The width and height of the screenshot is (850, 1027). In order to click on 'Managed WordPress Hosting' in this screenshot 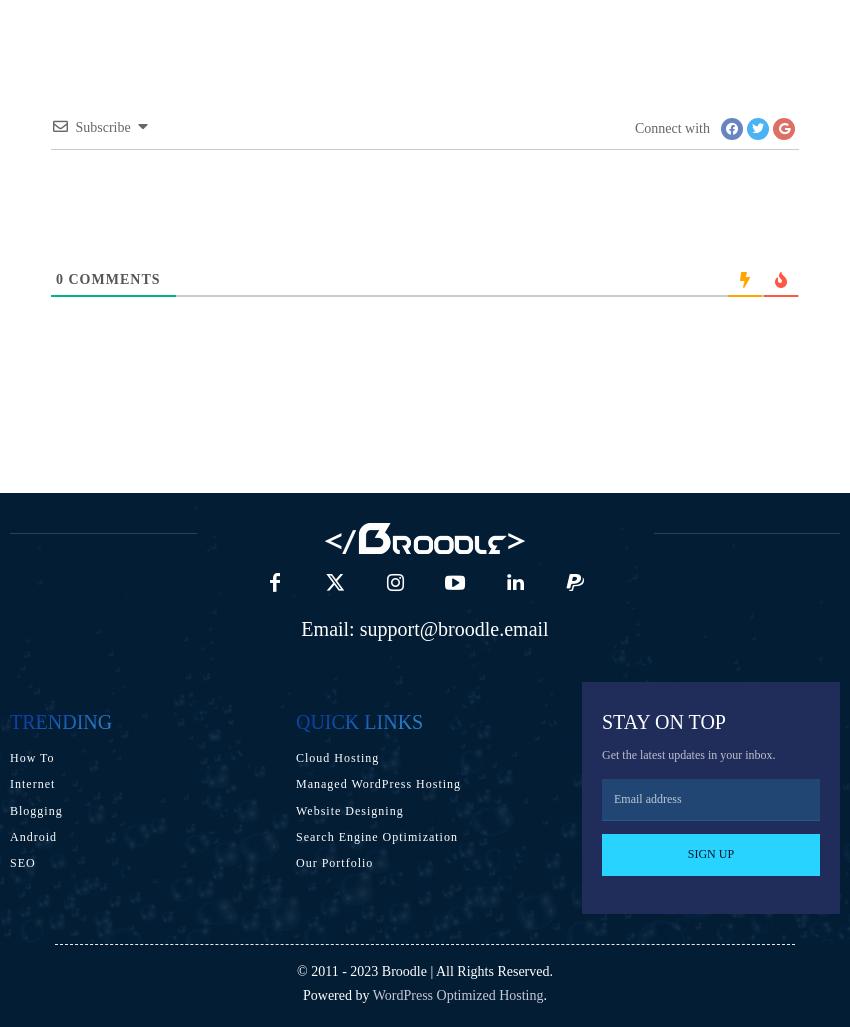, I will do `click(376, 783)`.